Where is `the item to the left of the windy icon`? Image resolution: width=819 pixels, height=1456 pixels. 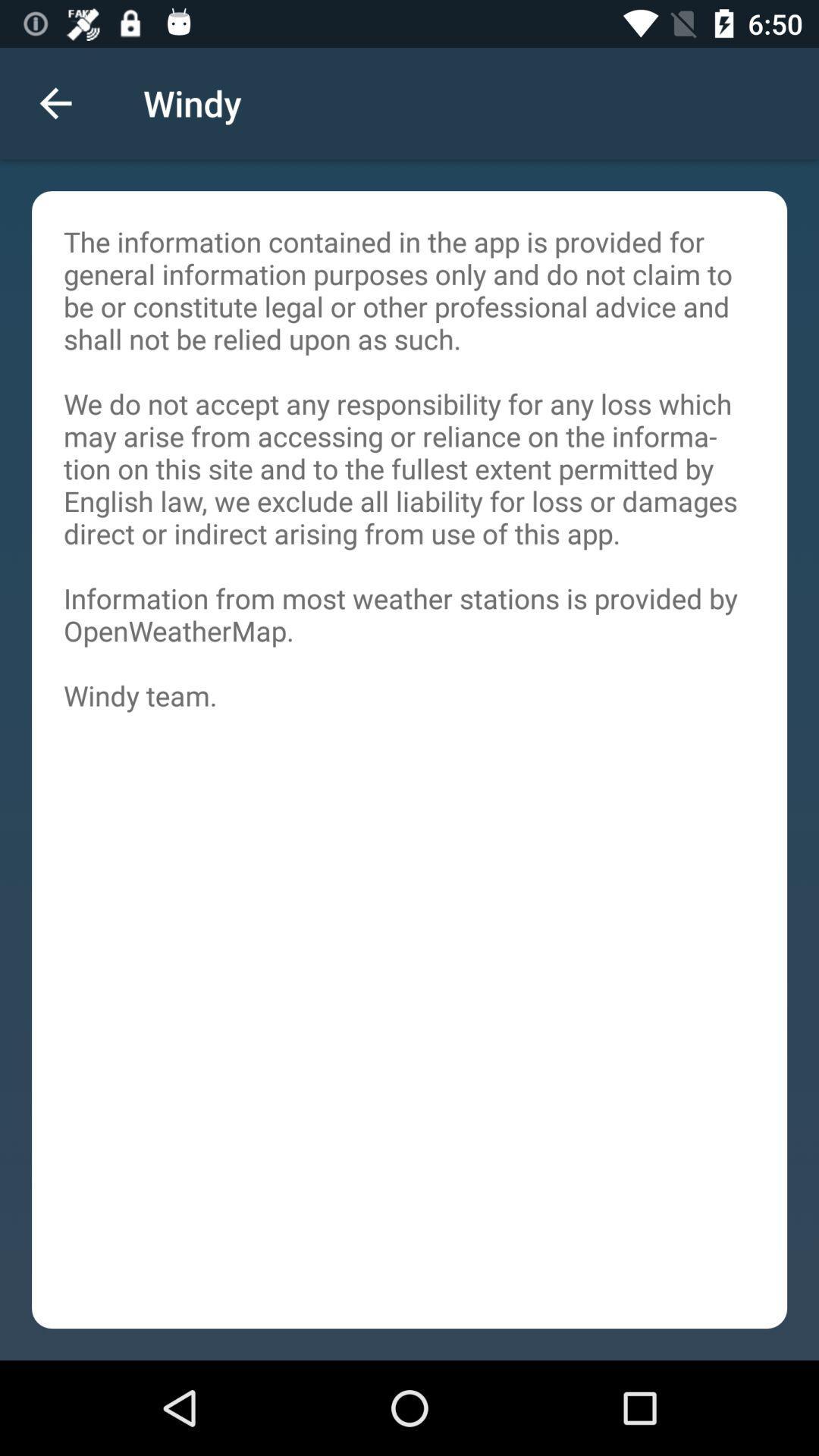 the item to the left of the windy icon is located at coordinates (55, 102).